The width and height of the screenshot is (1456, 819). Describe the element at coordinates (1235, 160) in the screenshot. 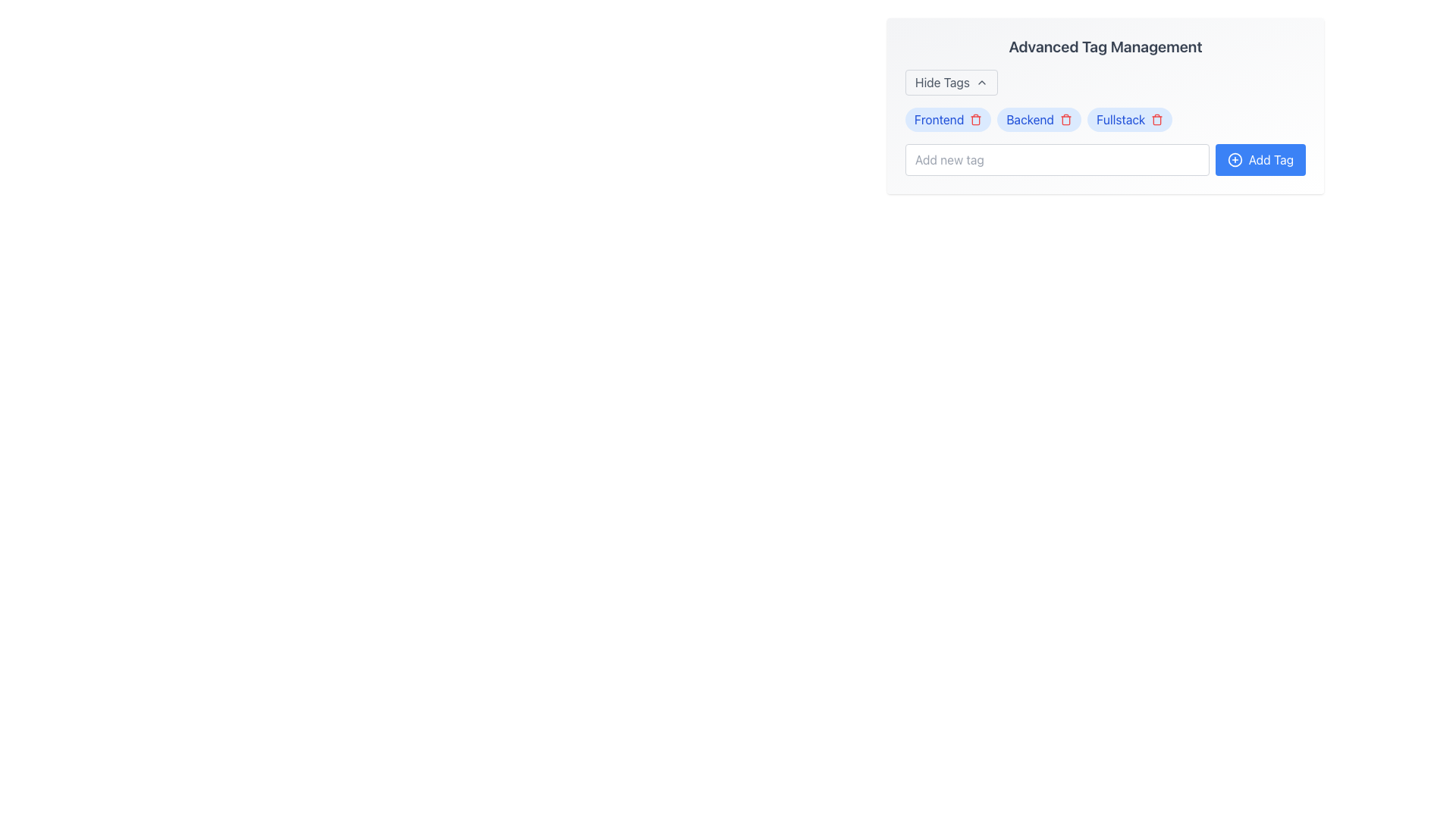

I see `the 'Add Tag' icon which represents the addition functionality, located to the left of the button's text content` at that location.